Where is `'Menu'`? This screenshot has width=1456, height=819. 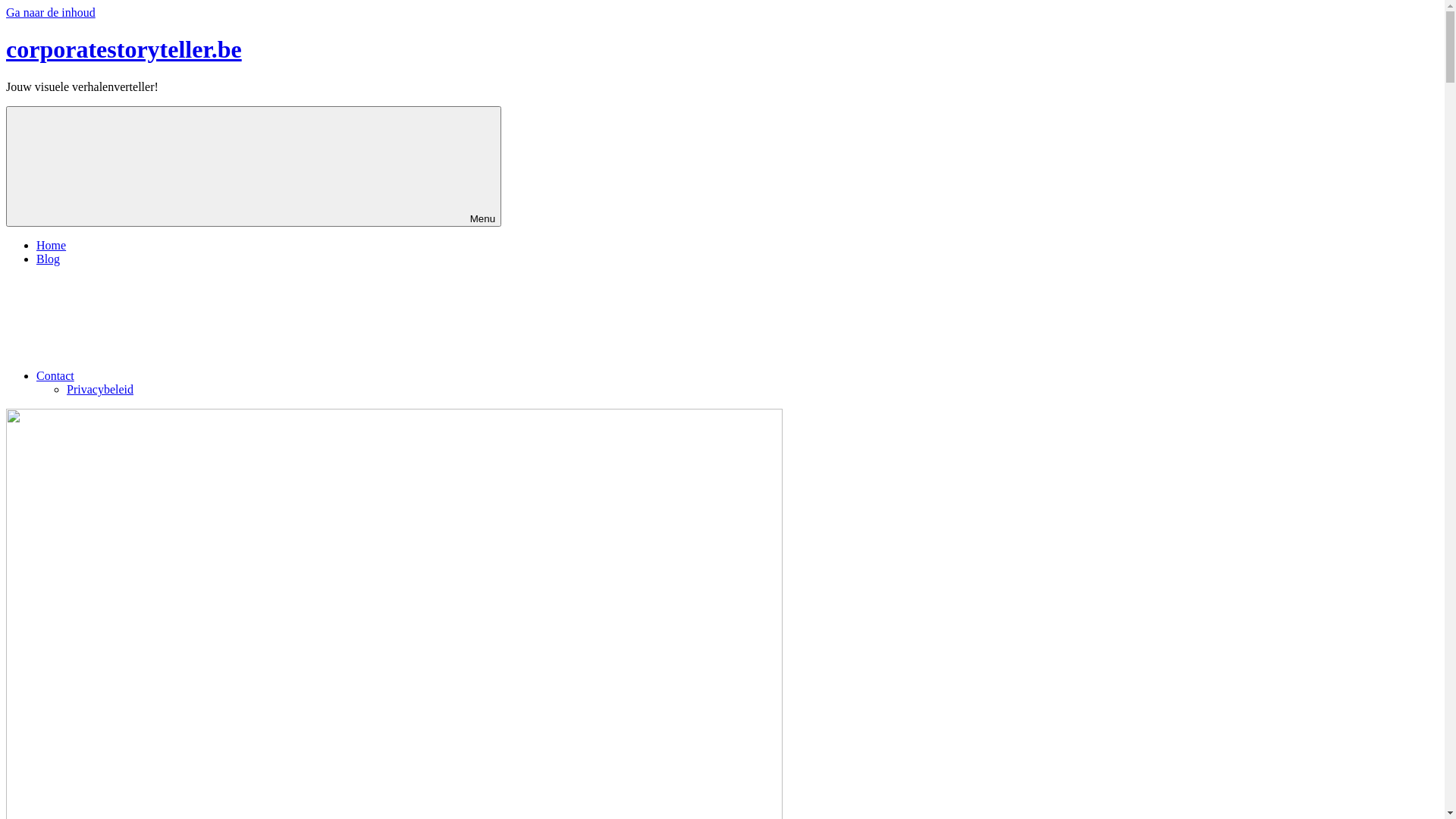
'Menu' is located at coordinates (253, 166).